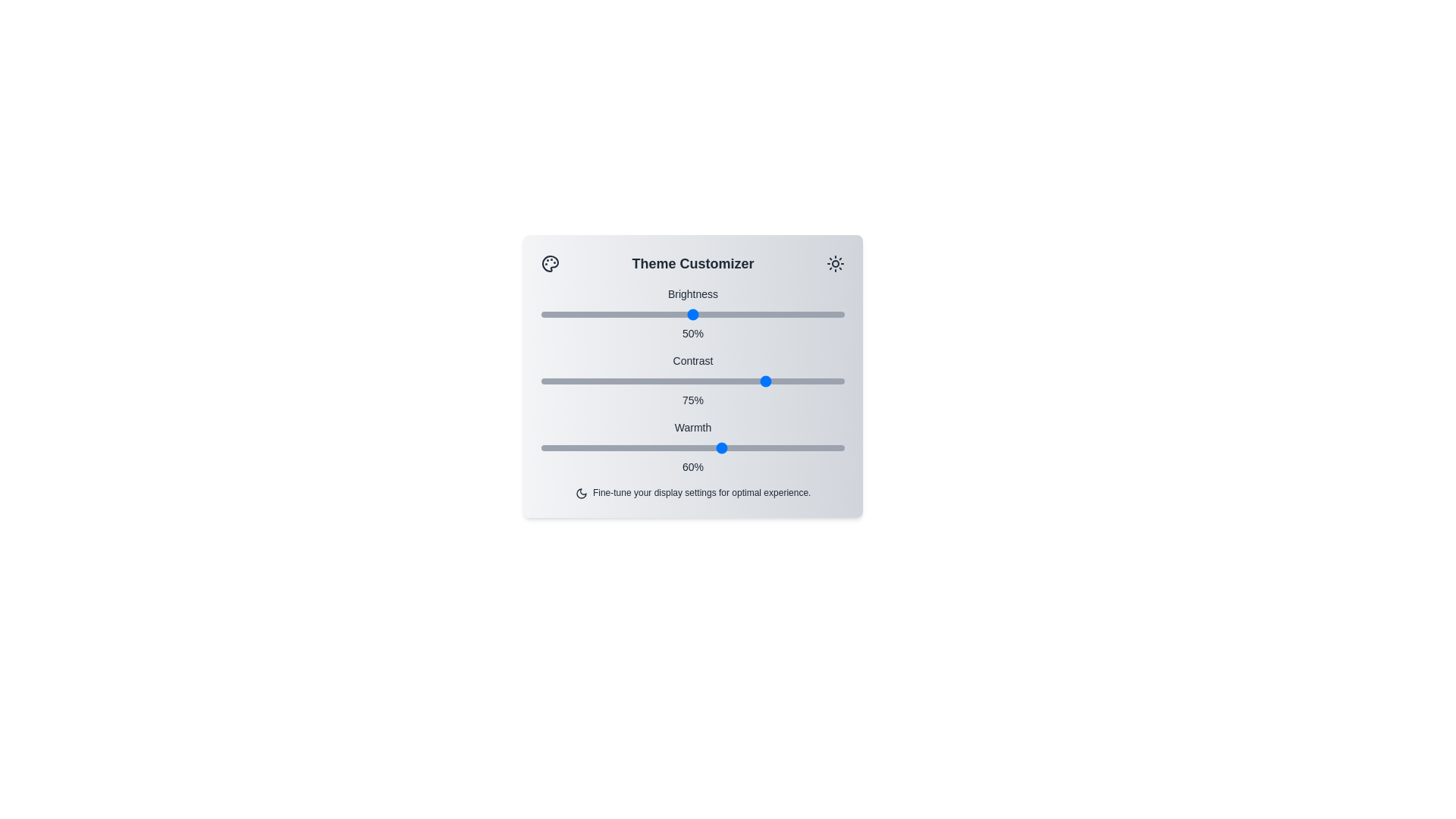 This screenshot has height=819, width=1456. Describe the element at coordinates (692, 262) in the screenshot. I see `the text 'Theme Customizer' to highlight it` at that location.